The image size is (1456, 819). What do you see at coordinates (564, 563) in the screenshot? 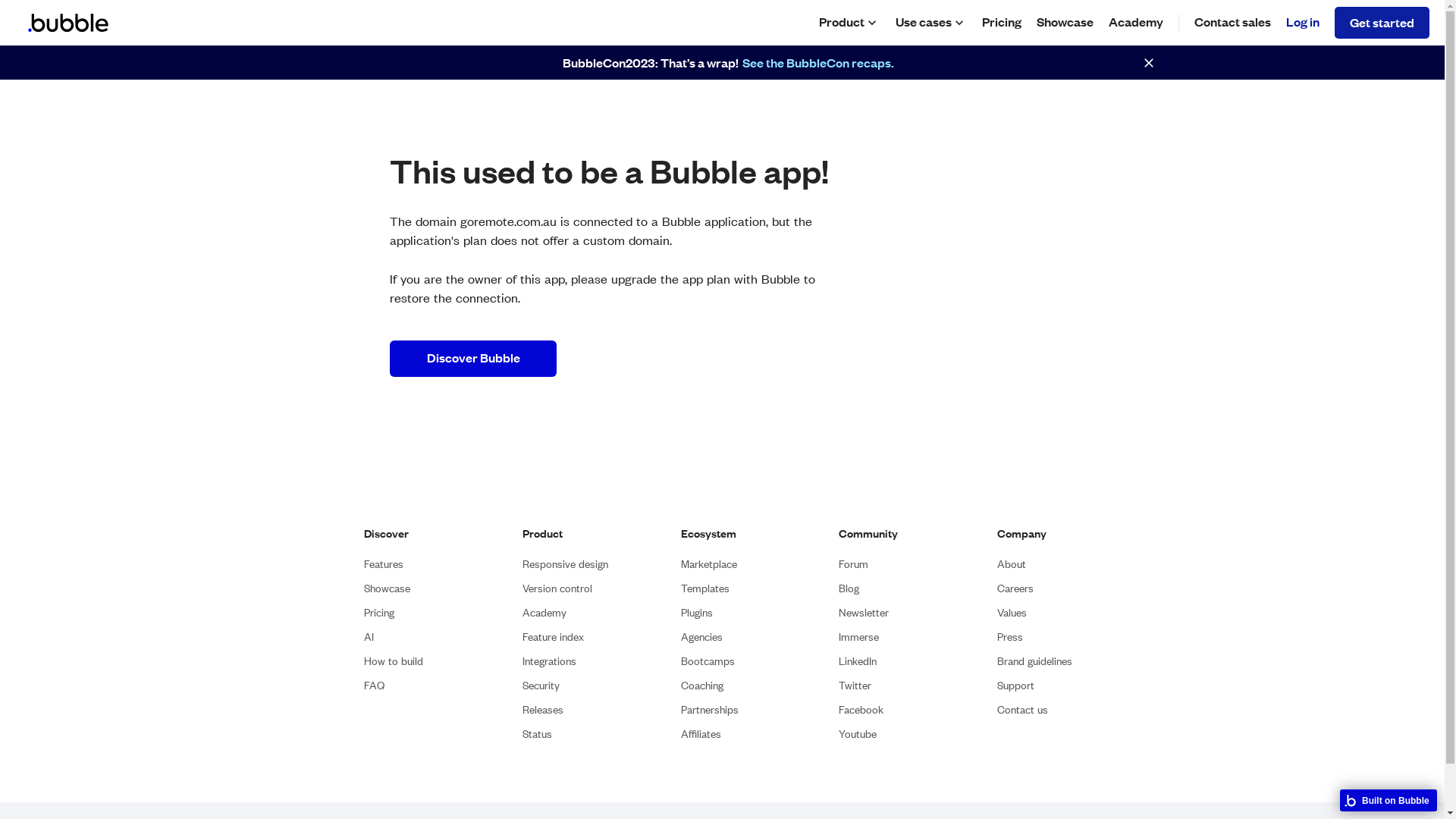
I see `'Responsive design'` at bounding box center [564, 563].